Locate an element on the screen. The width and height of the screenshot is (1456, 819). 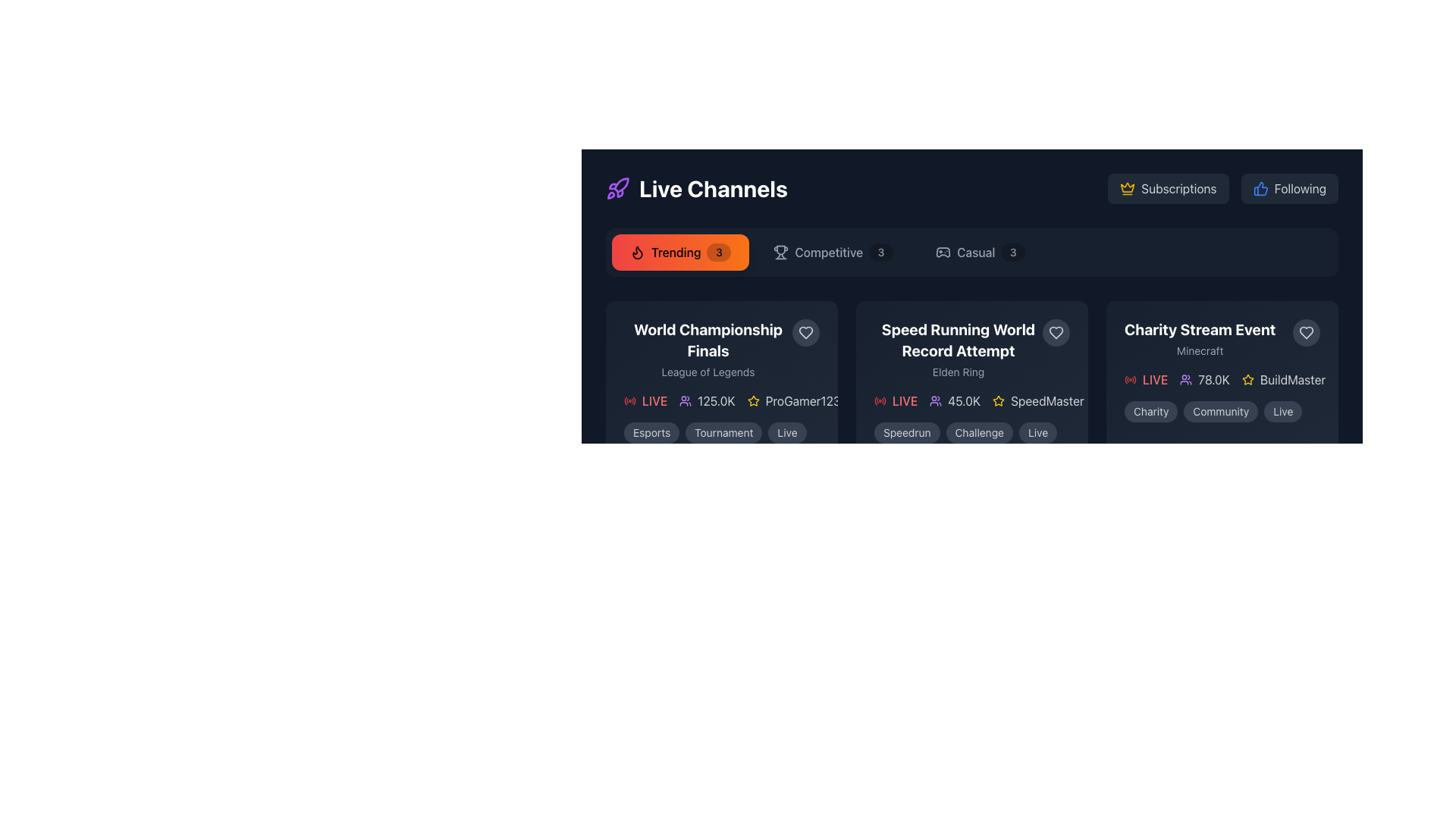
the number value '3' displayed in the rounded rectangular indicator labeled 'Casual' in the navigation toolbar is located at coordinates (1013, 251).